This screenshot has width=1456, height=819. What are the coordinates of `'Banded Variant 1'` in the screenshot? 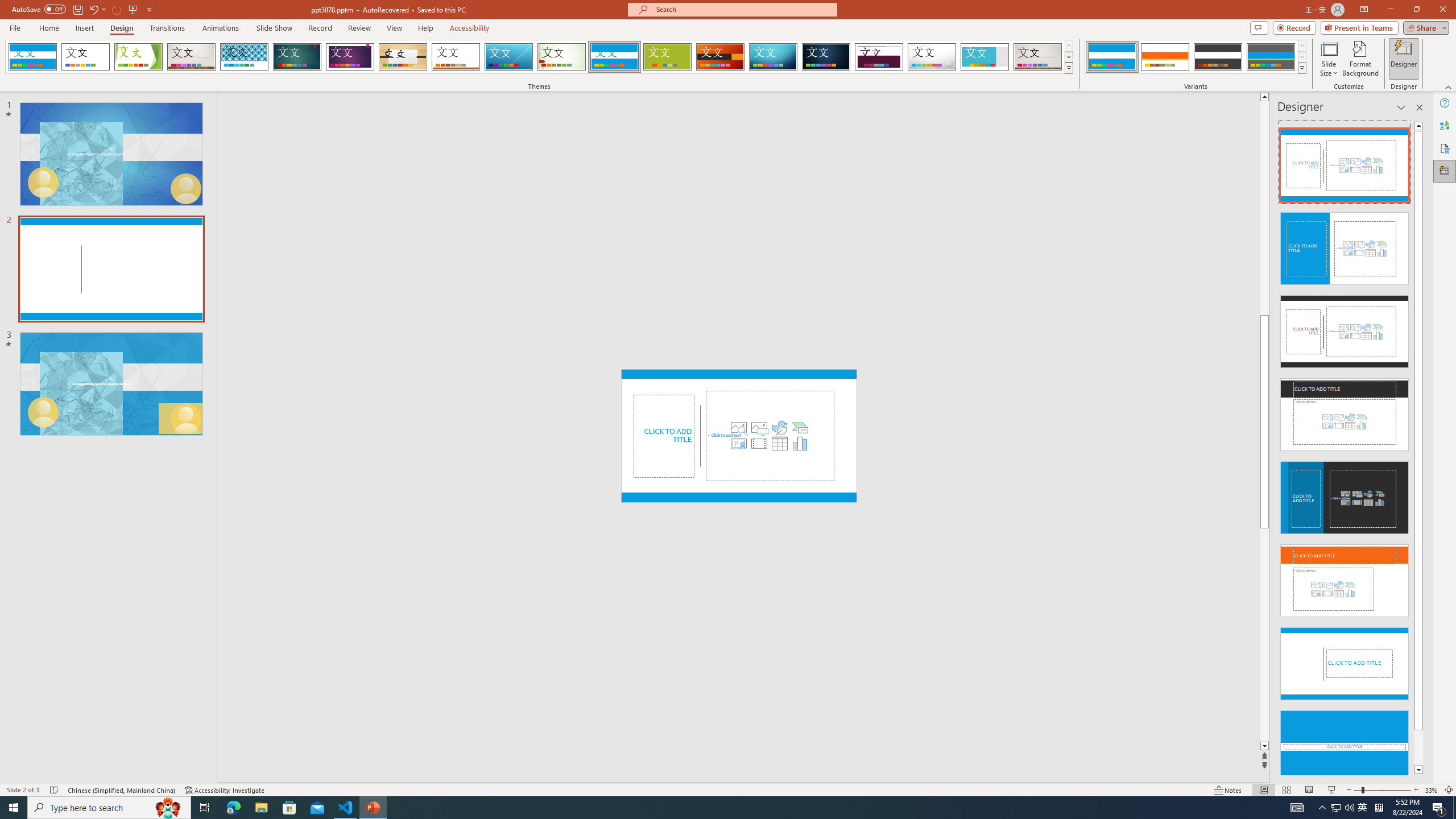 It's located at (1111, 56).